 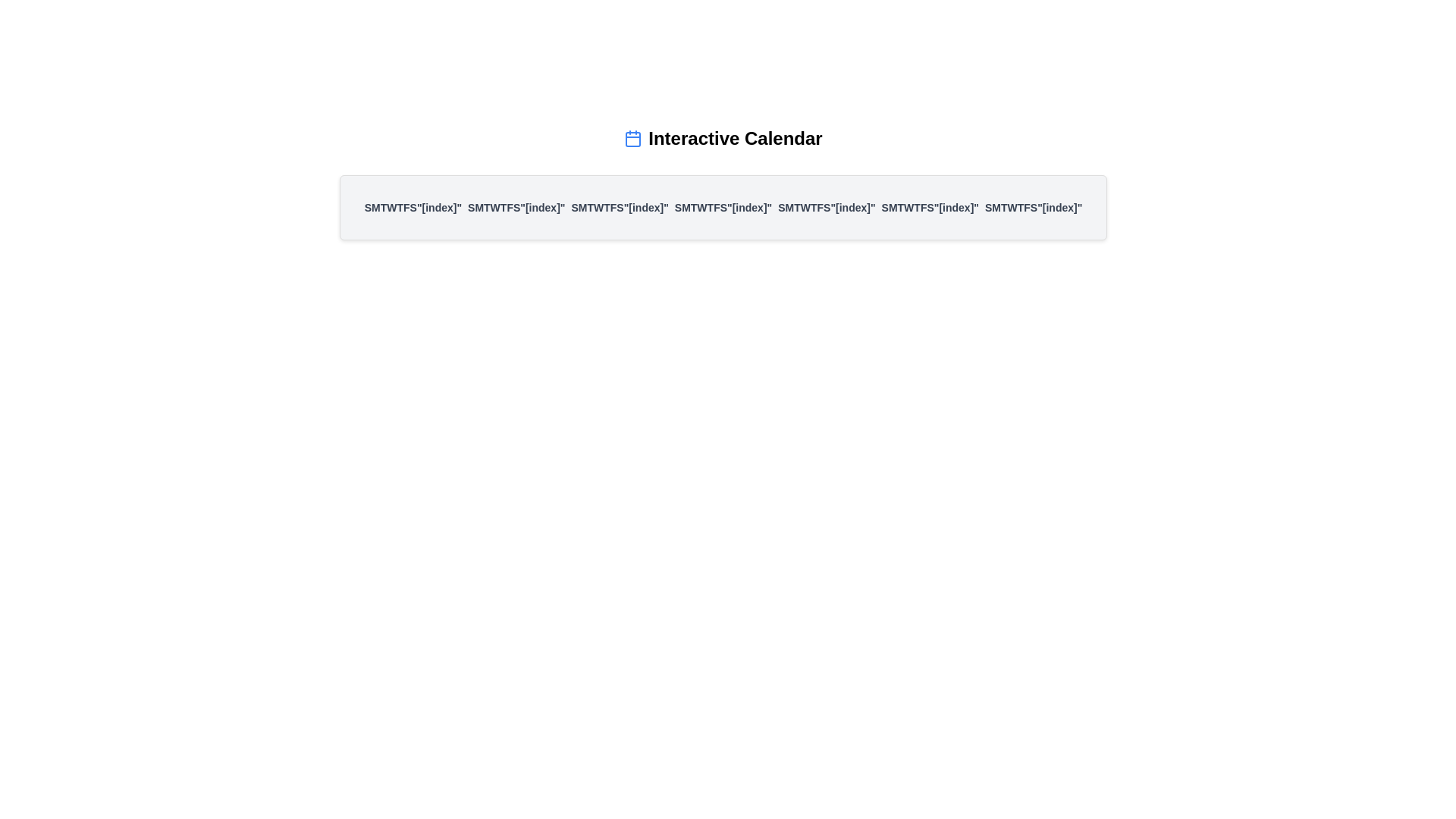 What do you see at coordinates (929, 207) in the screenshot?
I see `the sixth text label in the grid labeled 'SMTWTFS[5]', which is styled with a gray font color and centered alignment` at bounding box center [929, 207].